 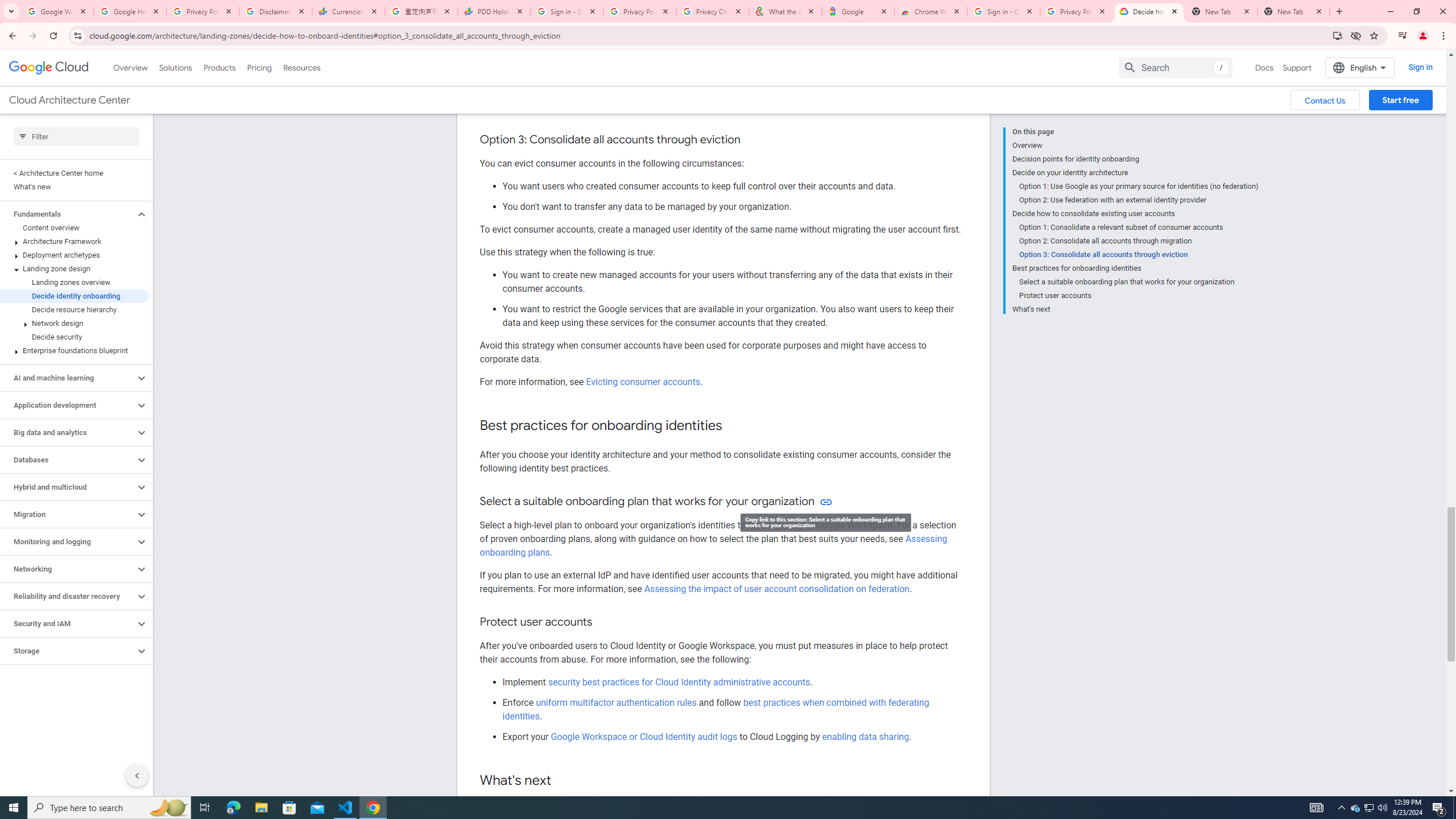 What do you see at coordinates (712, 11) in the screenshot?
I see `'Privacy Checkup'` at bounding box center [712, 11].